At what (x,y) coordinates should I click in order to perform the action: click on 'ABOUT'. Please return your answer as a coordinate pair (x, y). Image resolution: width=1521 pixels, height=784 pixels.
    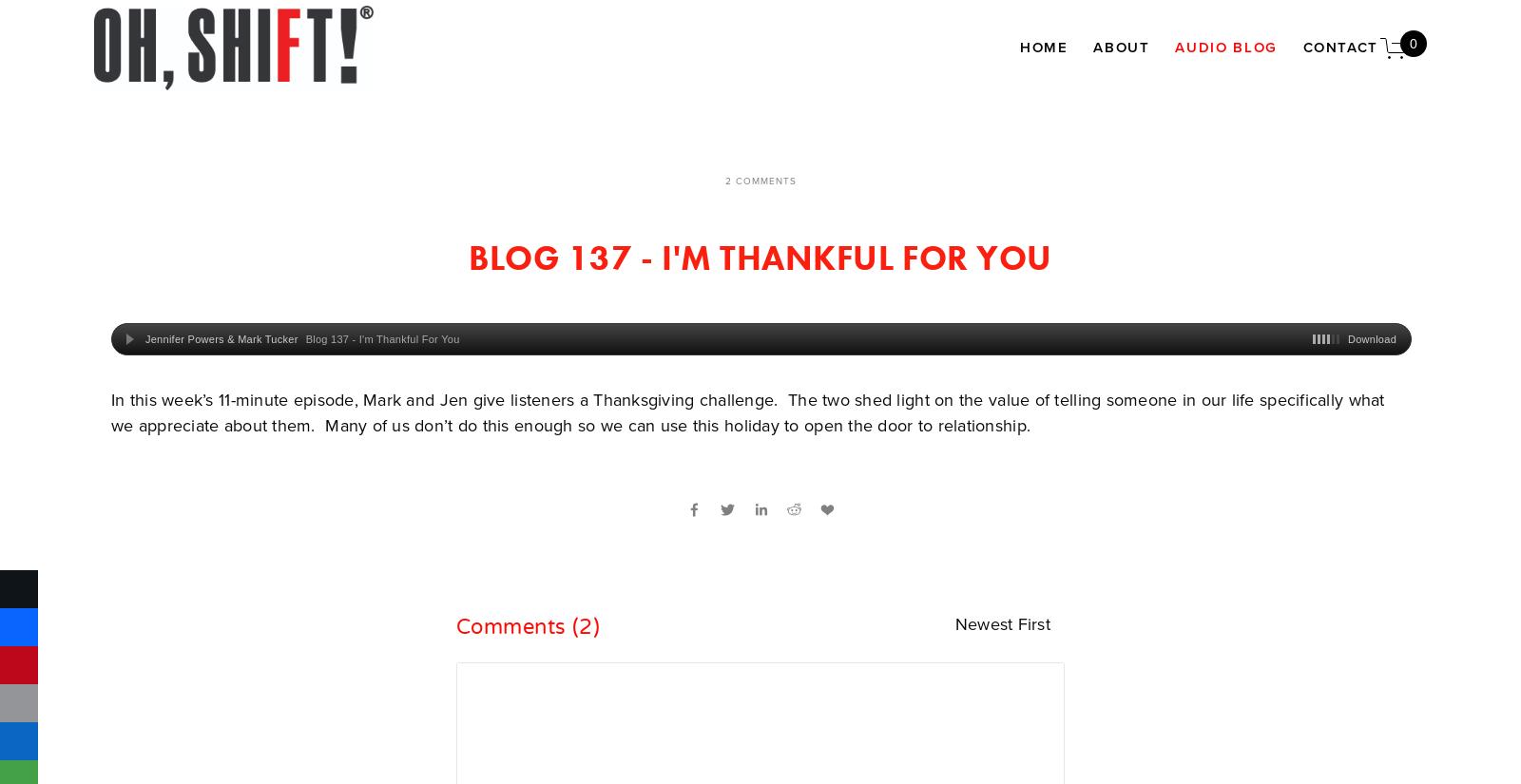
    Looking at the image, I should click on (1121, 47).